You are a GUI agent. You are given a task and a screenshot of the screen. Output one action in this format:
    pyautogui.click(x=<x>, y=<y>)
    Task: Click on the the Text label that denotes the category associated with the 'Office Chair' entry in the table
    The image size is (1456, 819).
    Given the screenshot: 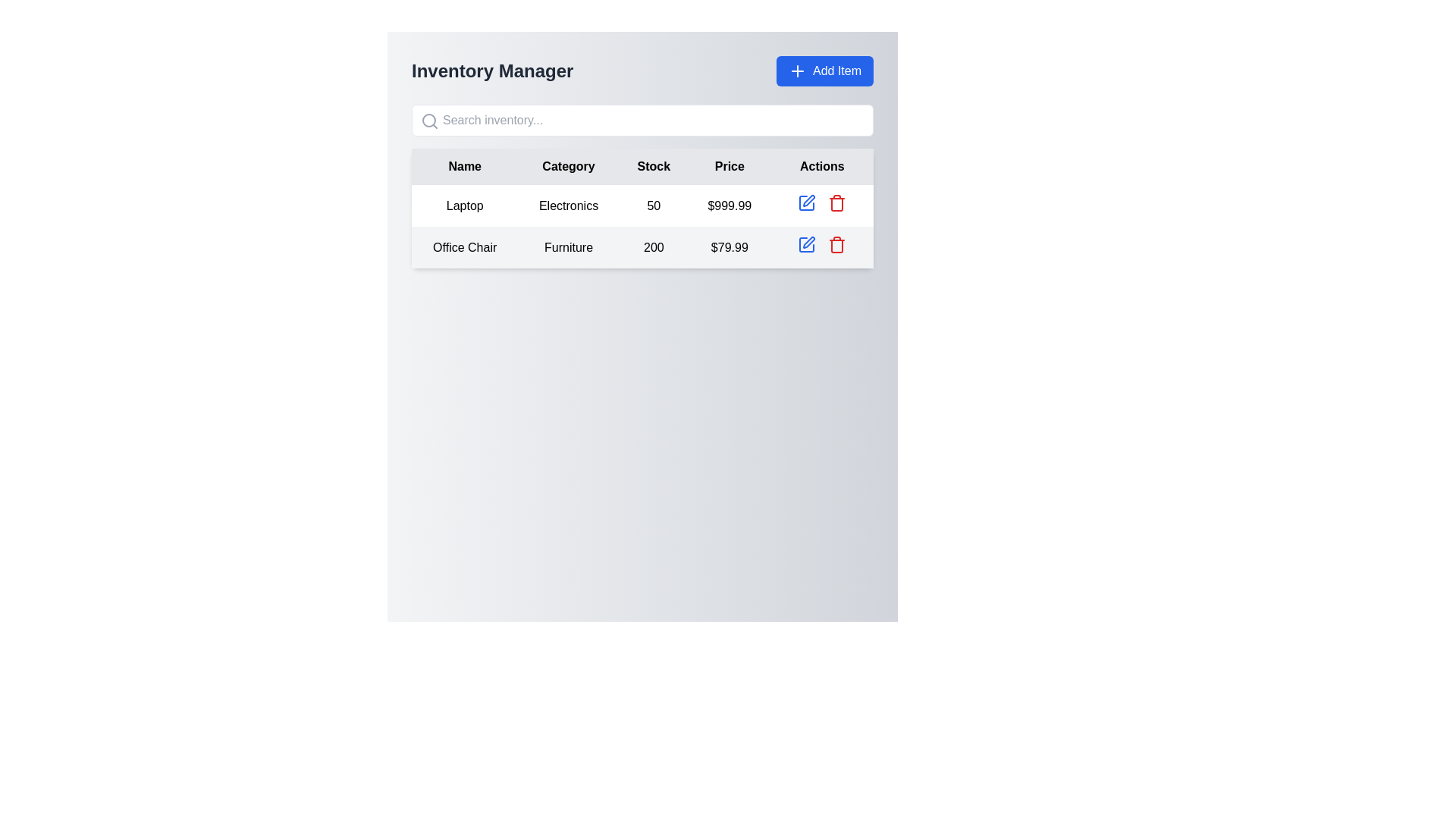 What is the action you would take?
    pyautogui.click(x=568, y=246)
    